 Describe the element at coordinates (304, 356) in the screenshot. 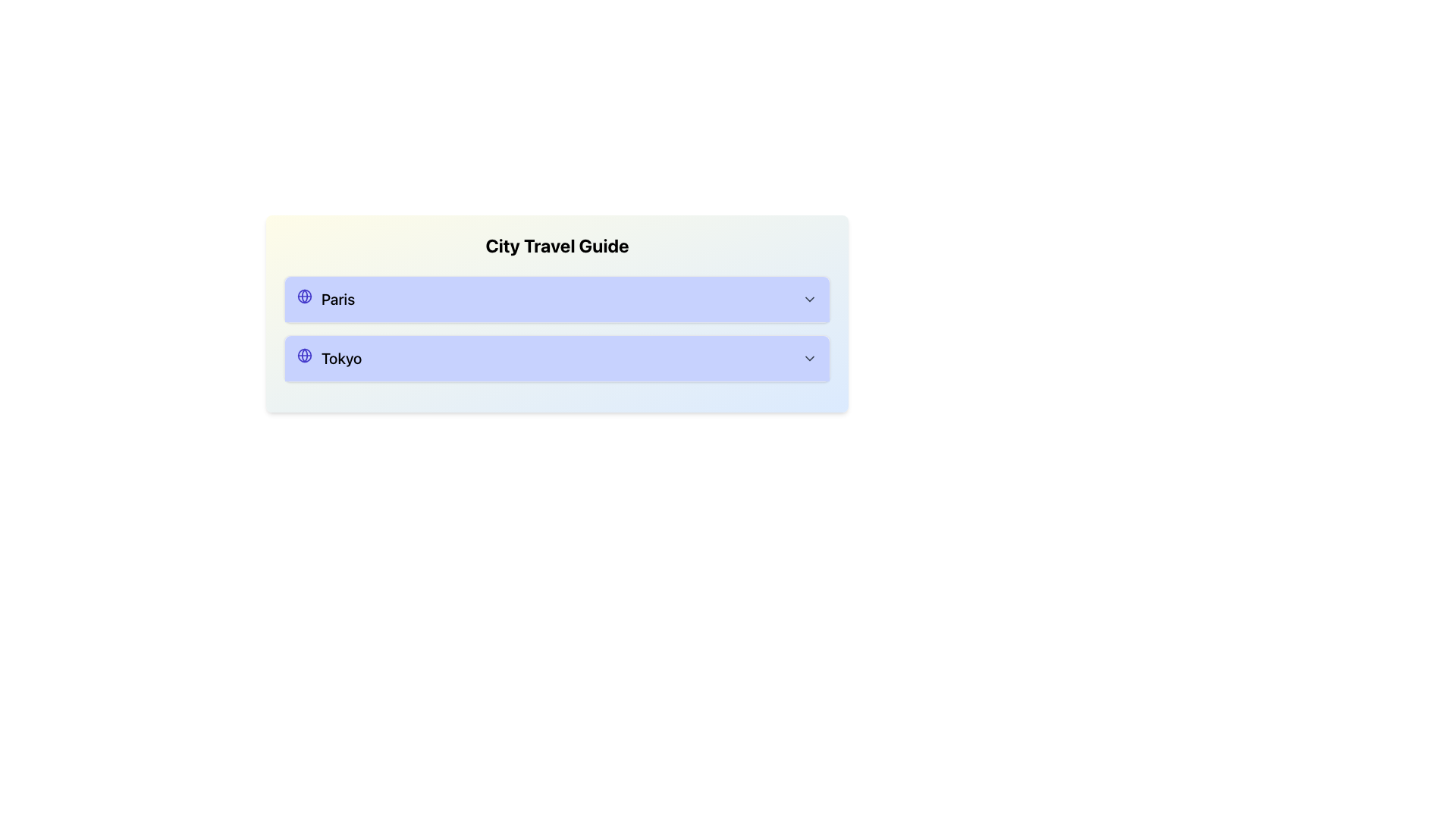

I see `the 'Tokyo' icon located in the second row under the 'City Travel Guide' header, which serves as a visual indicator for Tokyo` at that location.